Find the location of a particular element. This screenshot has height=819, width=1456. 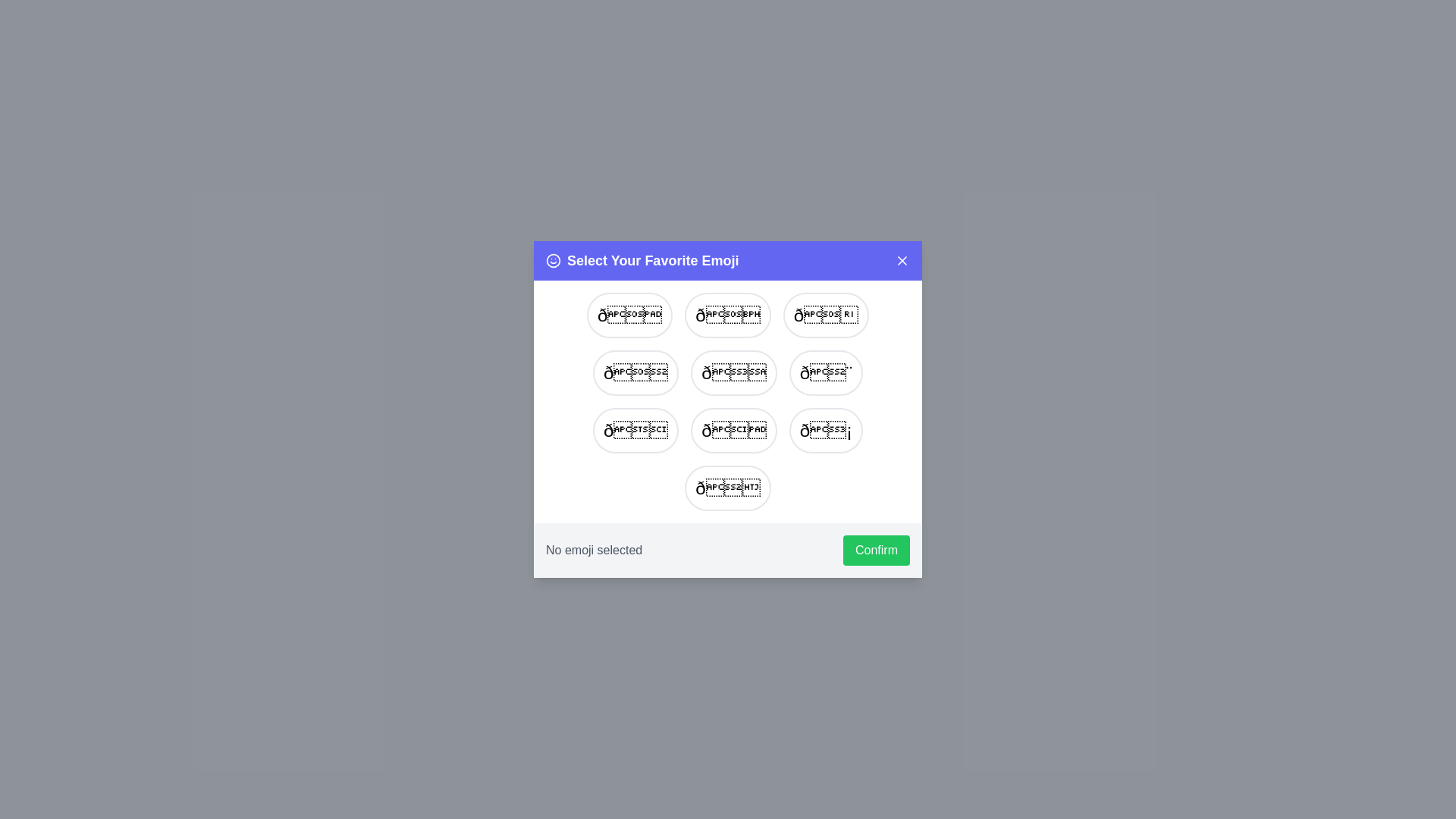

the emoji 📚 from the list is located at coordinates (635, 430).